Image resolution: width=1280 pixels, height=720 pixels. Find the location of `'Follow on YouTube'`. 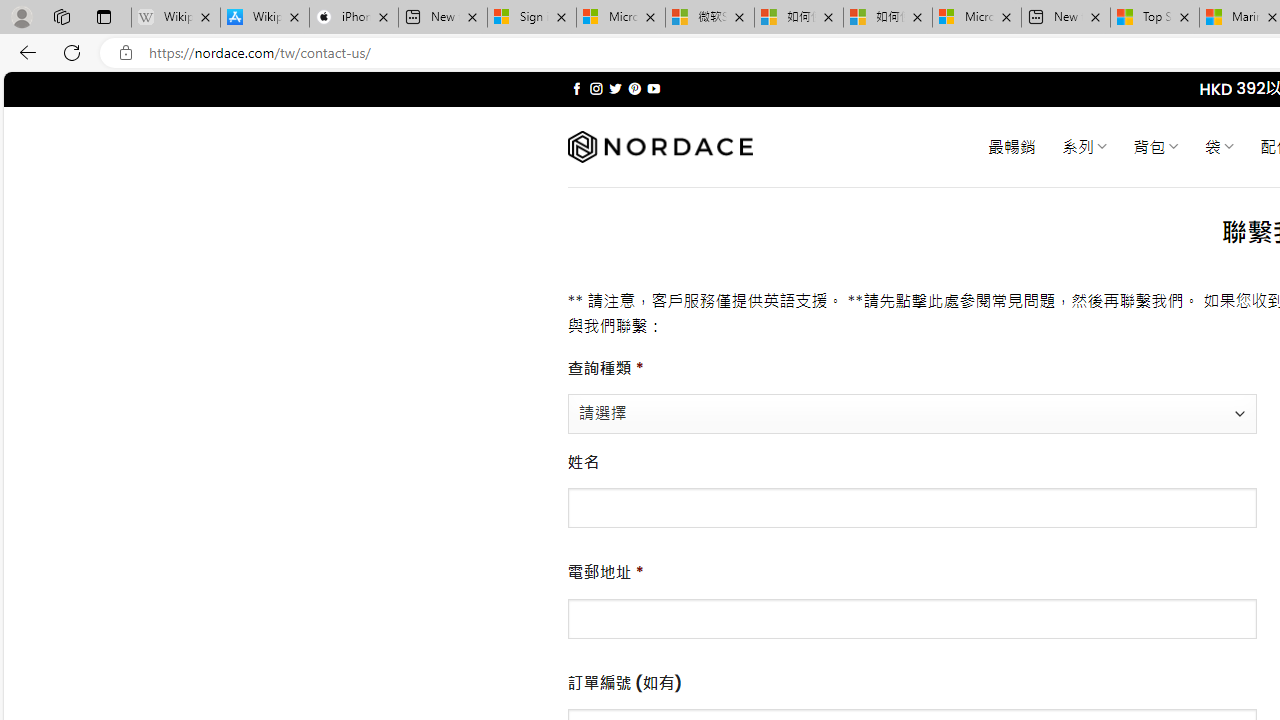

'Follow on YouTube' is located at coordinates (653, 88).